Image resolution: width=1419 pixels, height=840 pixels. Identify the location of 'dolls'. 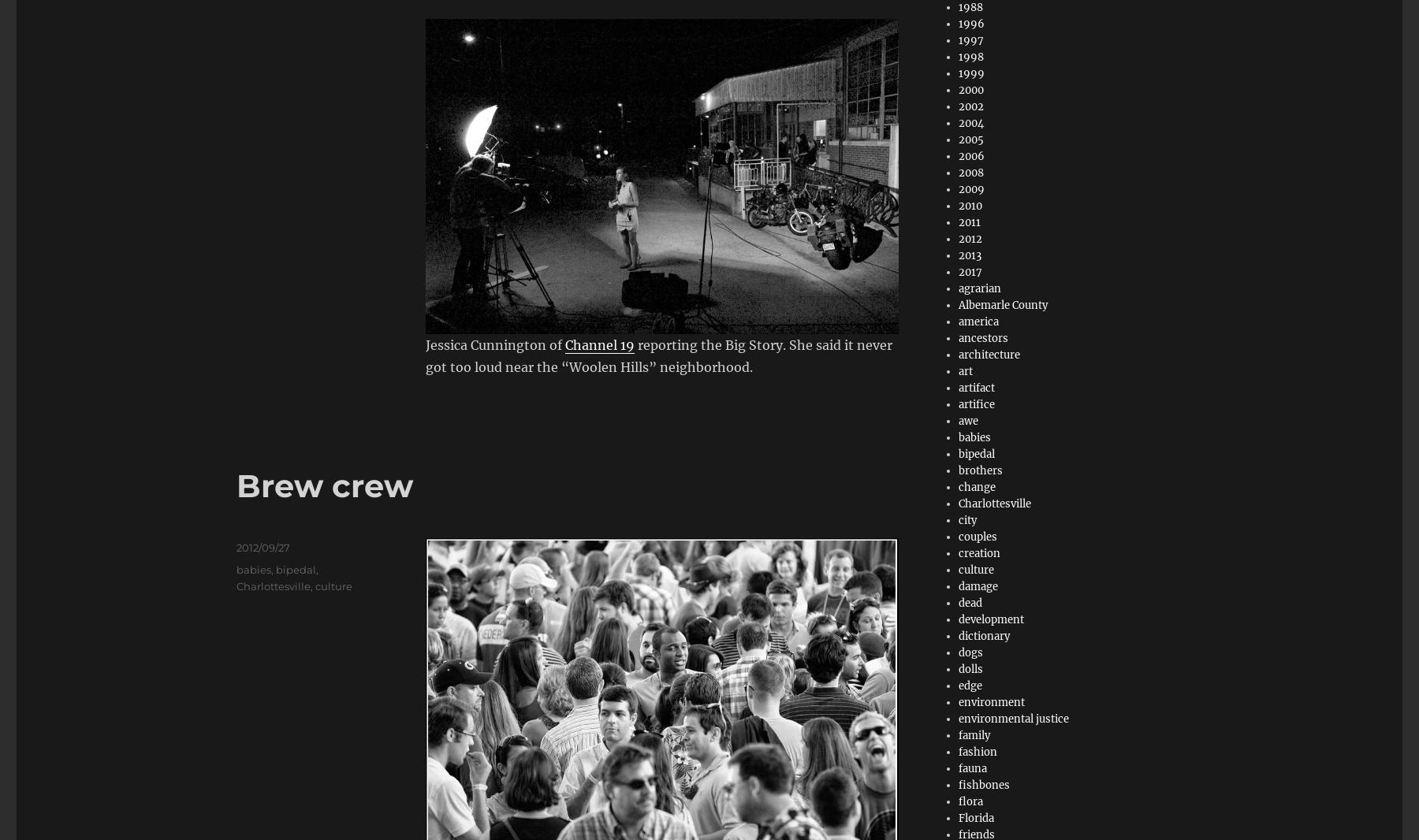
(970, 669).